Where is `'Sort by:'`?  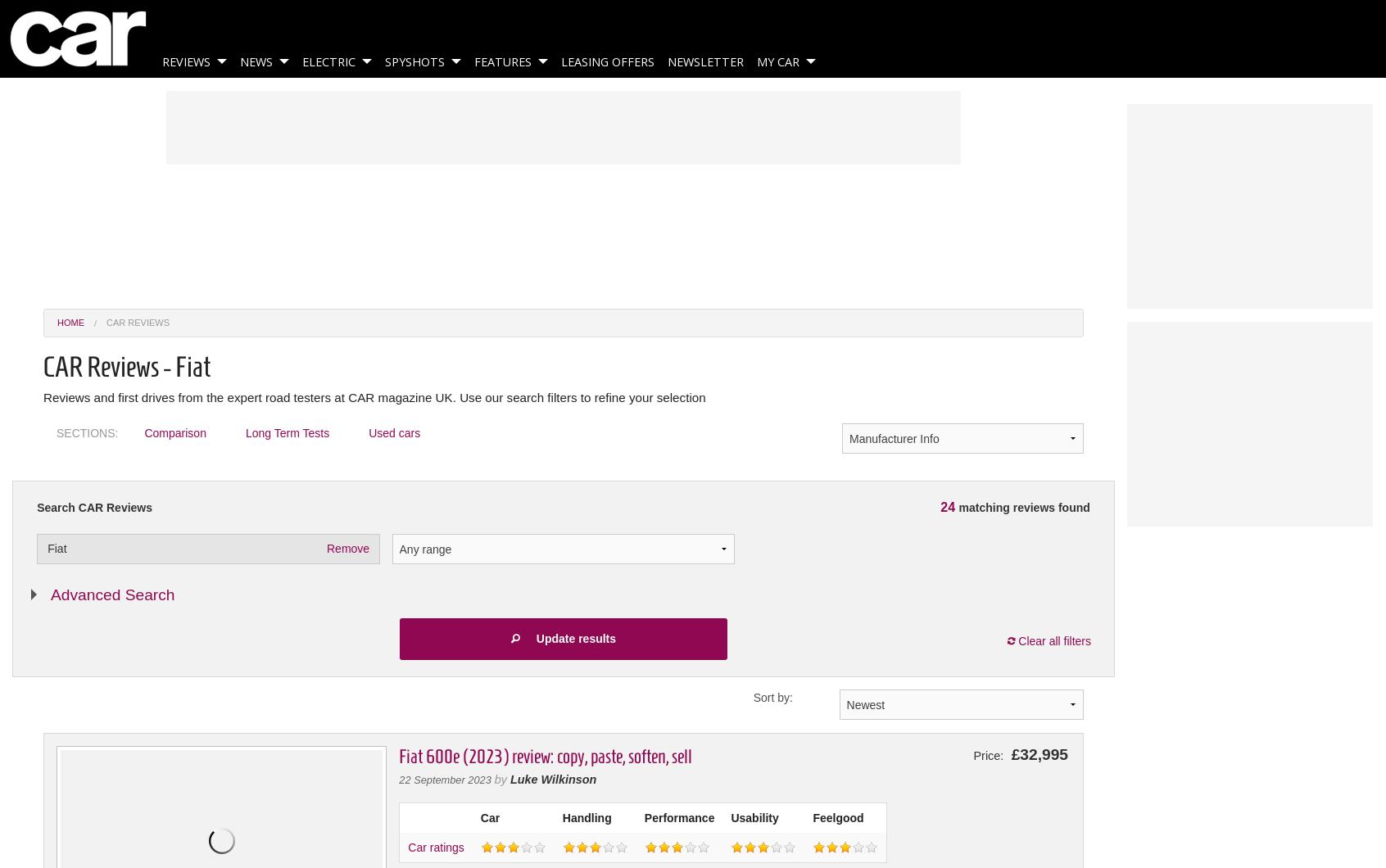
'Sort by:' is located at coordinates (772, 698).